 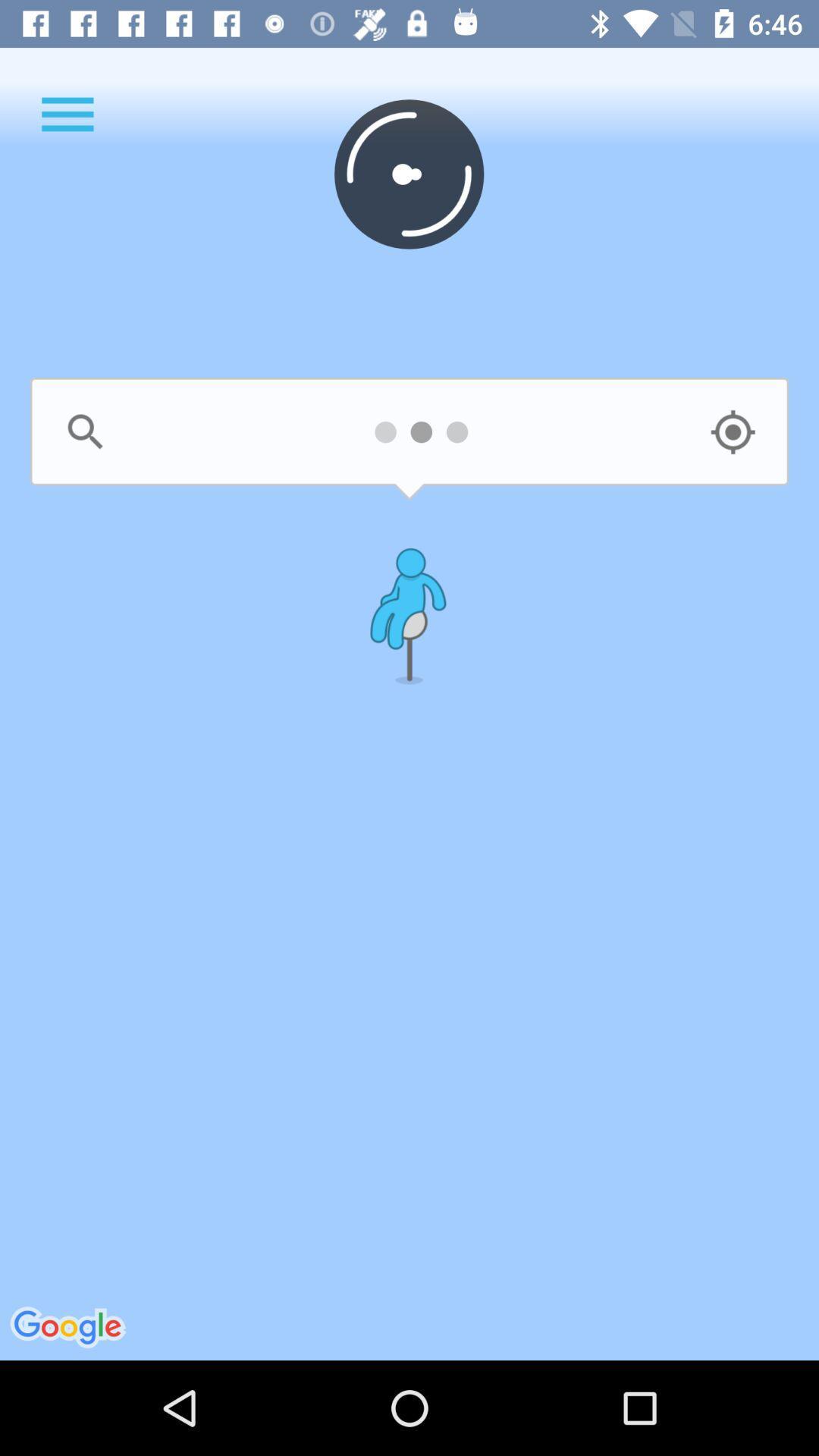 What do you see at coordinates (732, 431) in the screenshot?
I see `watching semple` at bounding box center [732, 431].